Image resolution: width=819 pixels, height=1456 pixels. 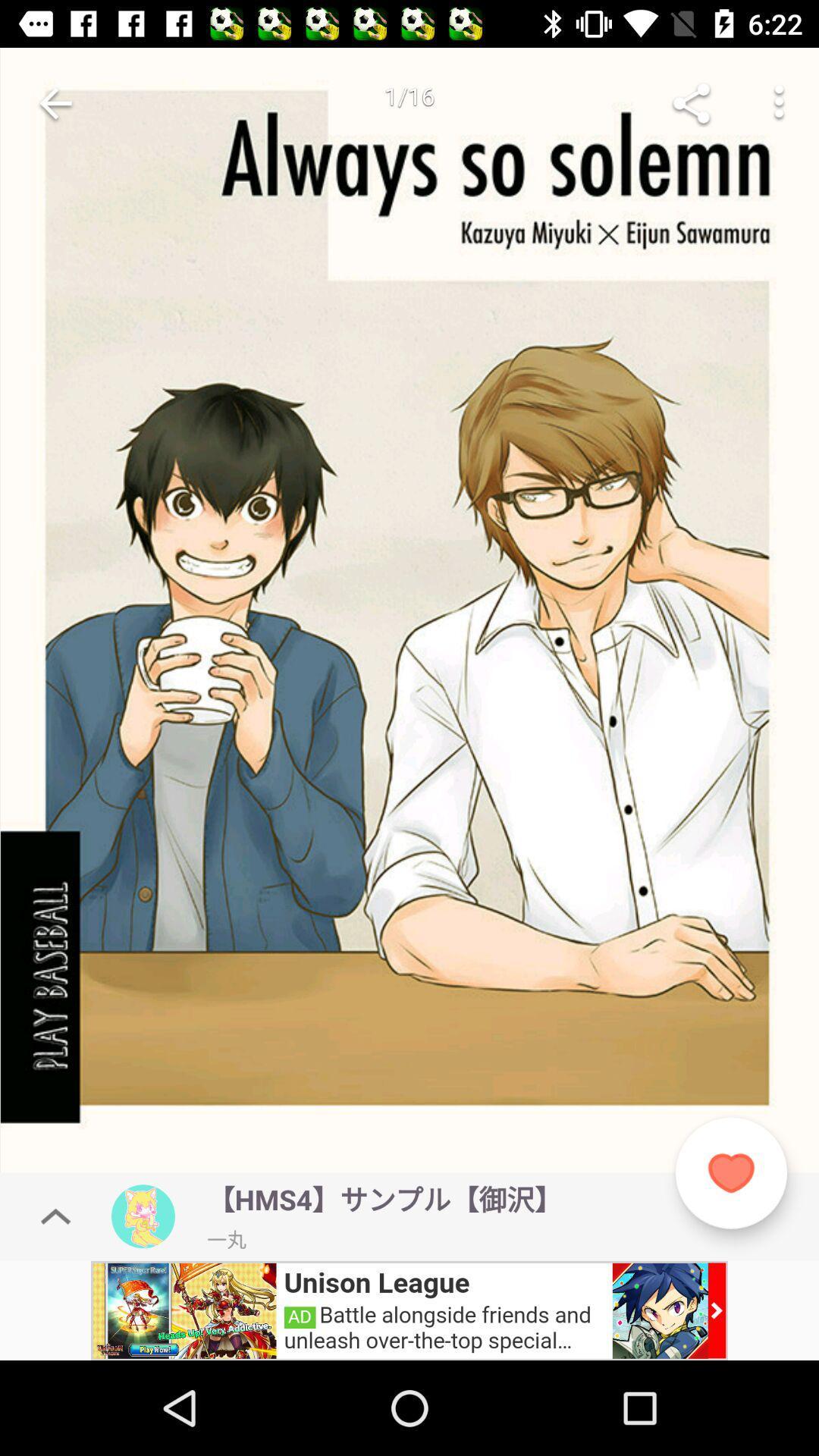 What do you see at coordinates (730, 1172) in the screenshot?
I see `love` at bounding box center [730, 1172].